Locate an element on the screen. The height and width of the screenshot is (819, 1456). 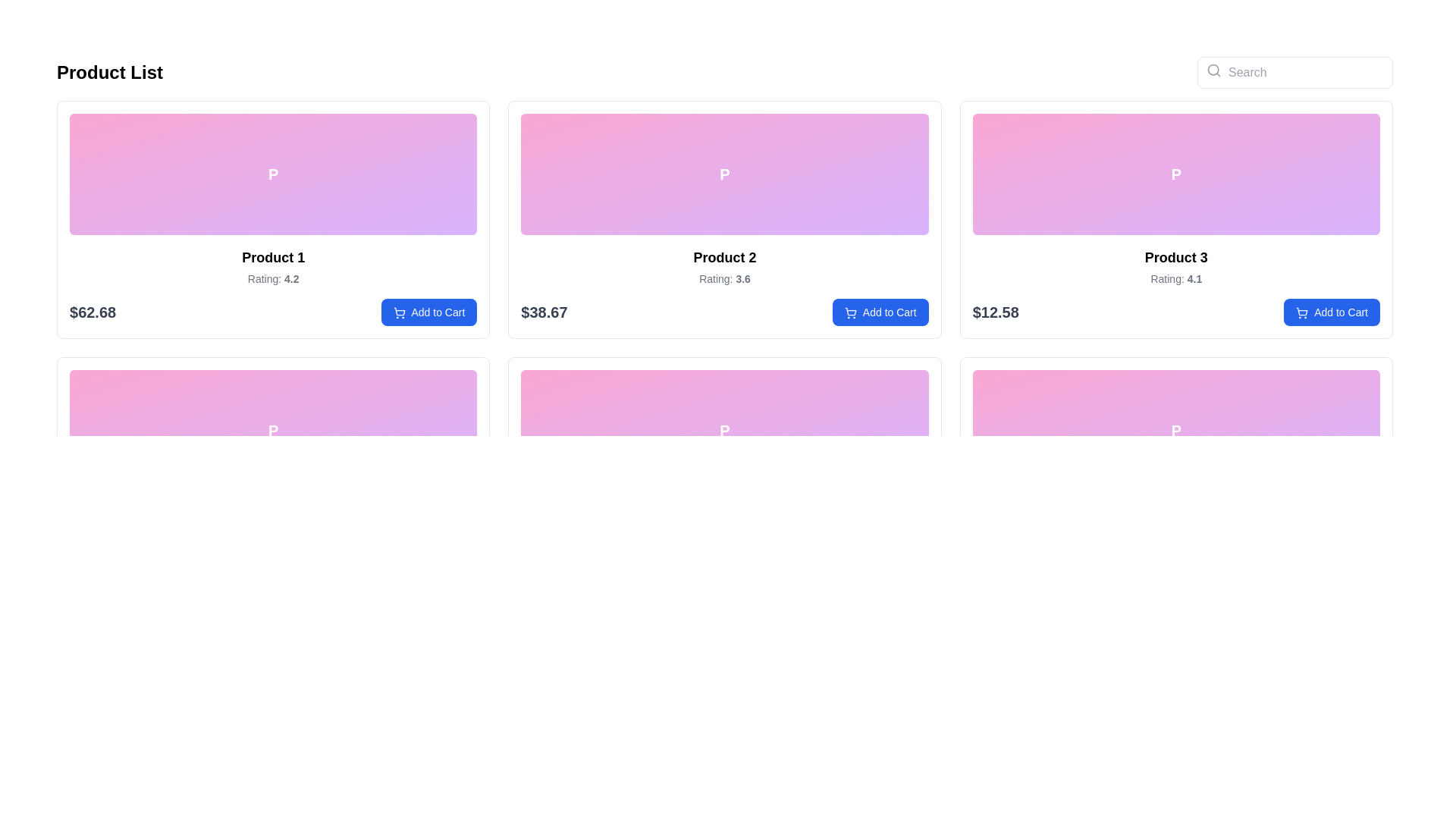
the static text label that conveys the rating score of 'Product 1', located to the right of the text 'Rating:' in the lower section of the boxed area is located at coordinates (291, 278).